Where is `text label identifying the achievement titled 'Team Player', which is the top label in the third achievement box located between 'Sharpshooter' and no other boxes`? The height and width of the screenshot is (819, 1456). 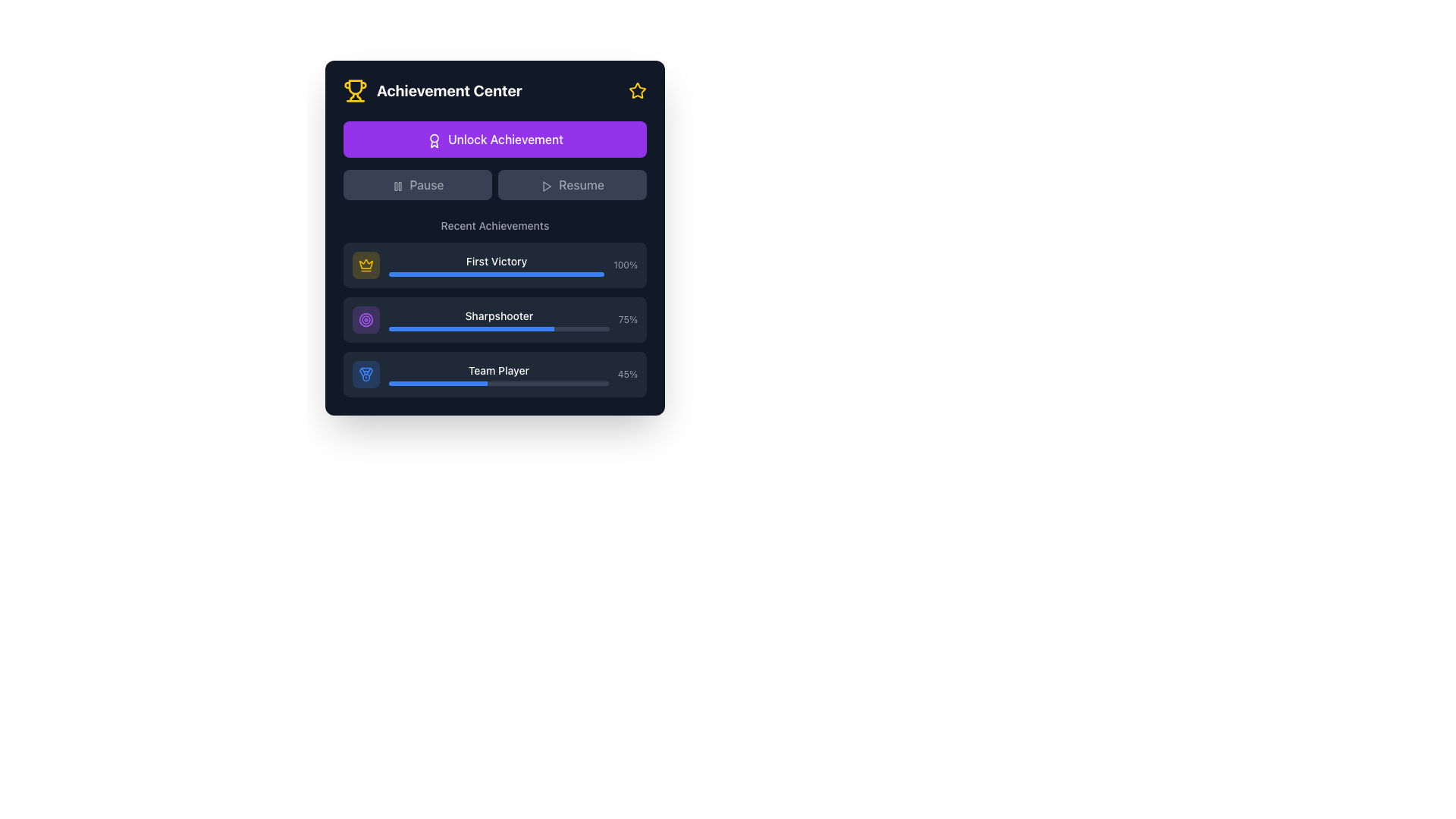
text label identifying the achievement titled 'Team Player', which is the top label in the third achievement box located between 'Sharpshooter' and no other boxes is located at coordinates (498, 374).